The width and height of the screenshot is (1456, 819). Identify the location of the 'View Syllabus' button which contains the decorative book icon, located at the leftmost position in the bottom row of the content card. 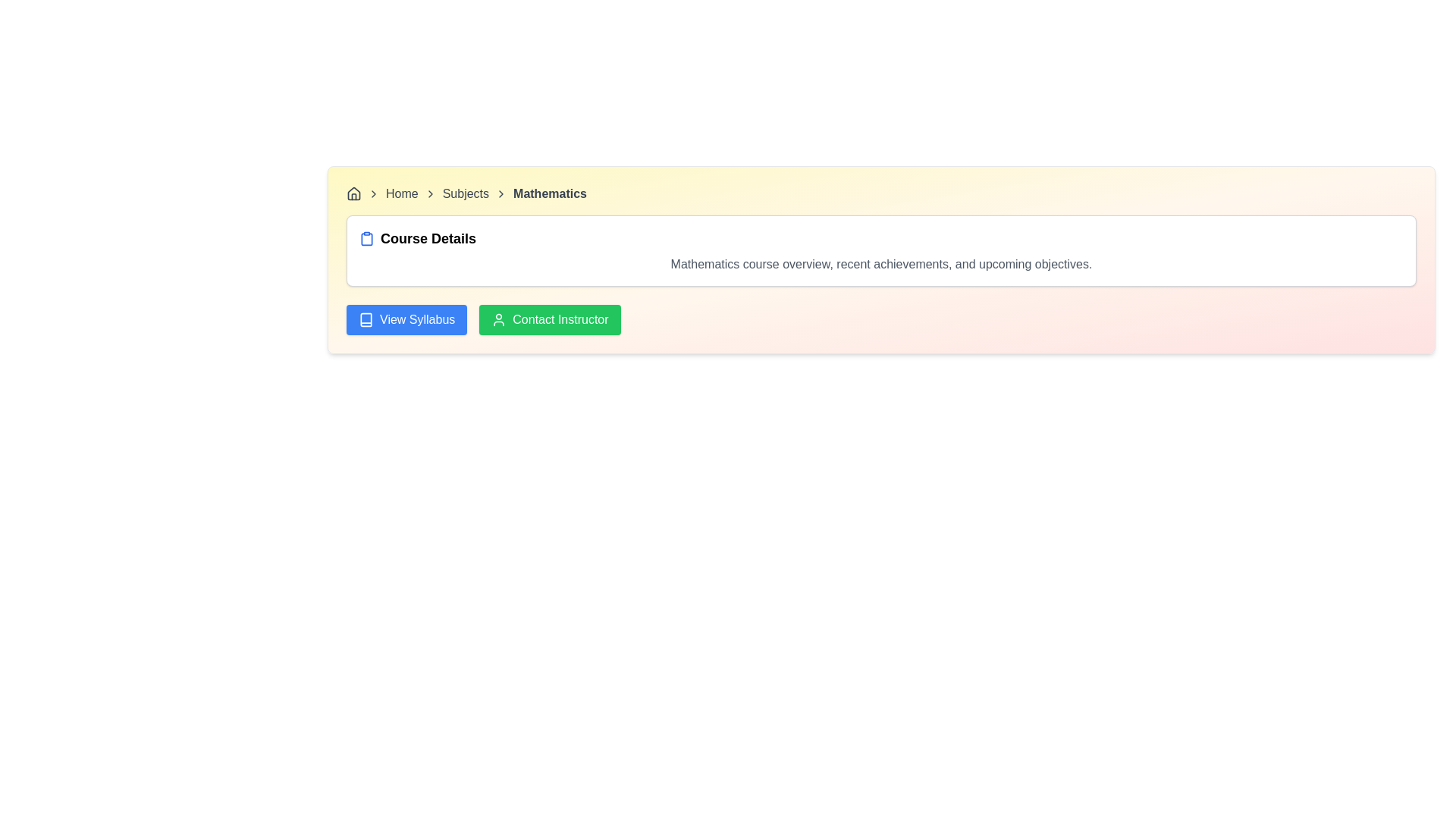
(366, 318).